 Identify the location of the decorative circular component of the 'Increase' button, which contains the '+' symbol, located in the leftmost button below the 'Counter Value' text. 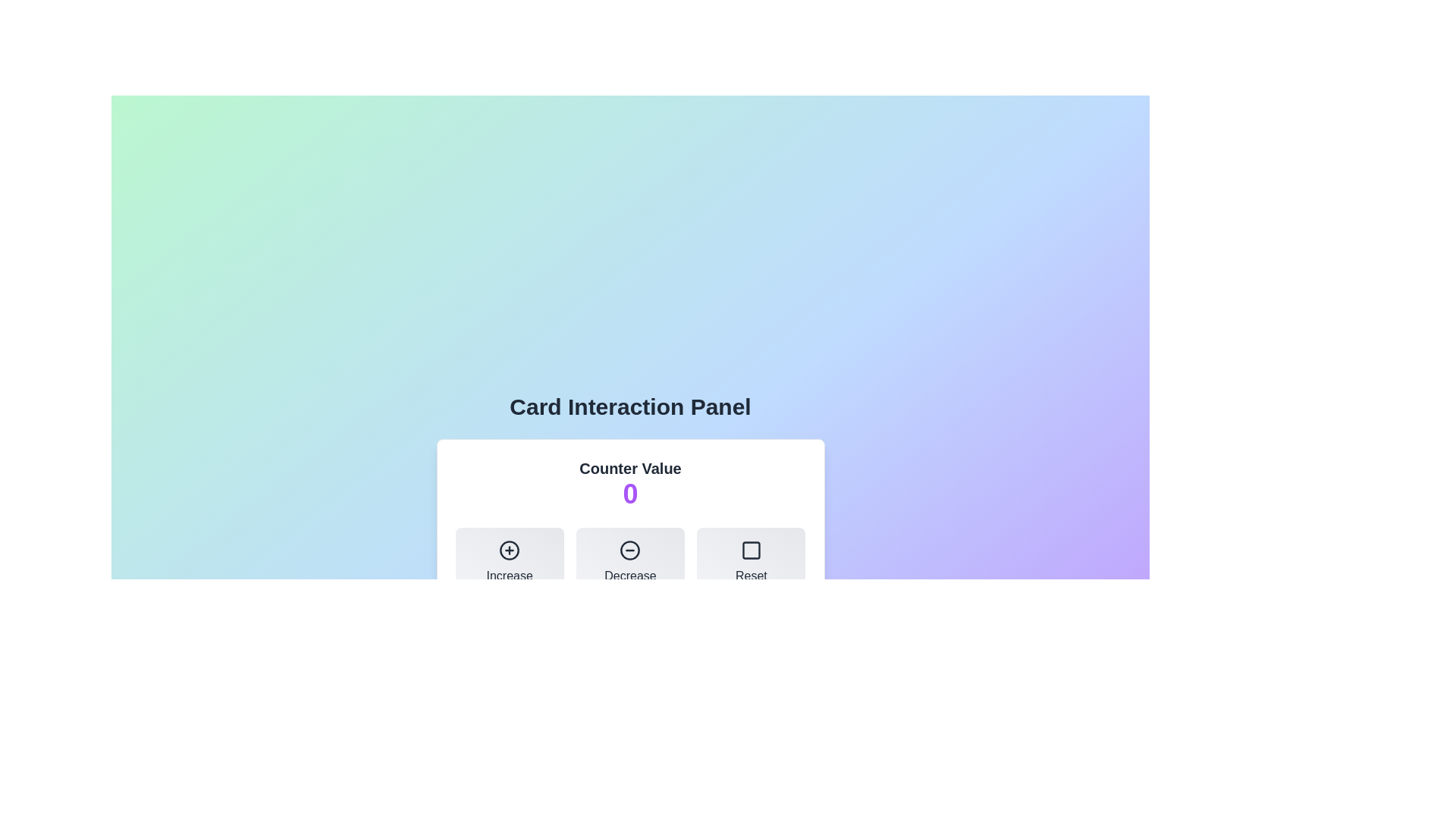
(510, 550).